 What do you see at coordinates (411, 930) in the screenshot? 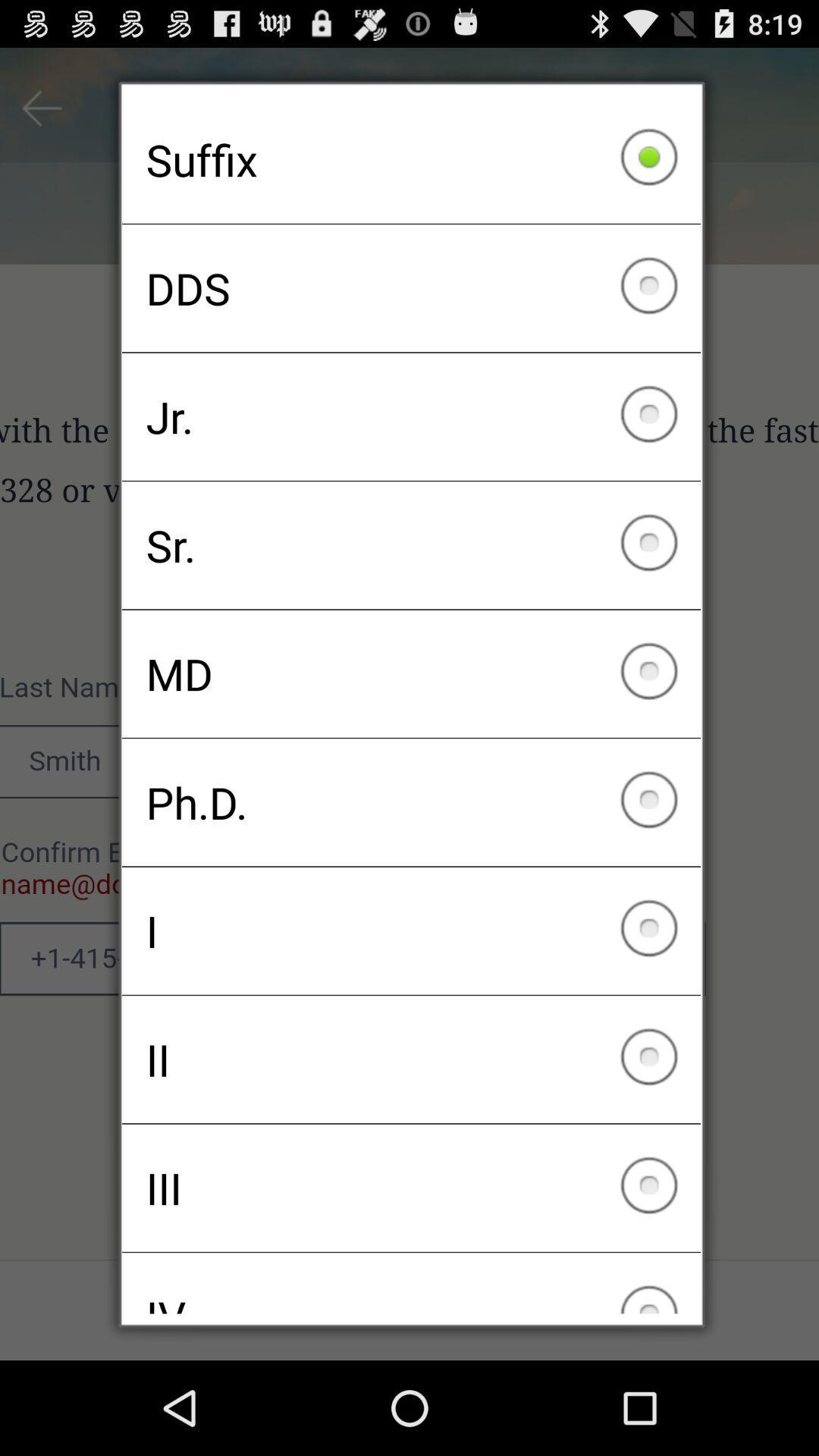
I see `the checkbox above the ii icon` at bounding box center [411, 930].